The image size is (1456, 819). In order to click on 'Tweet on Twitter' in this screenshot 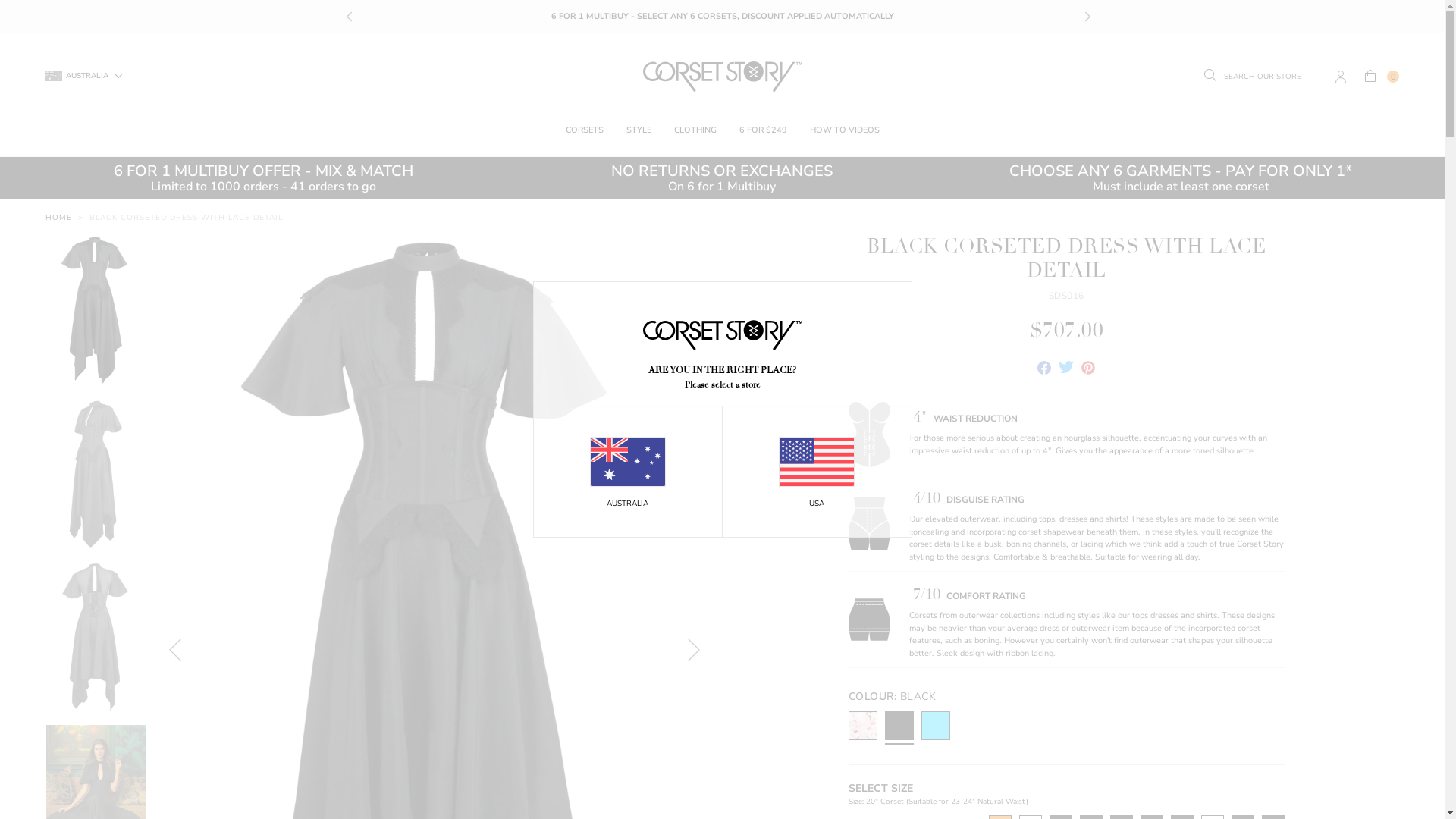, I will do `click(1058, 369)`.